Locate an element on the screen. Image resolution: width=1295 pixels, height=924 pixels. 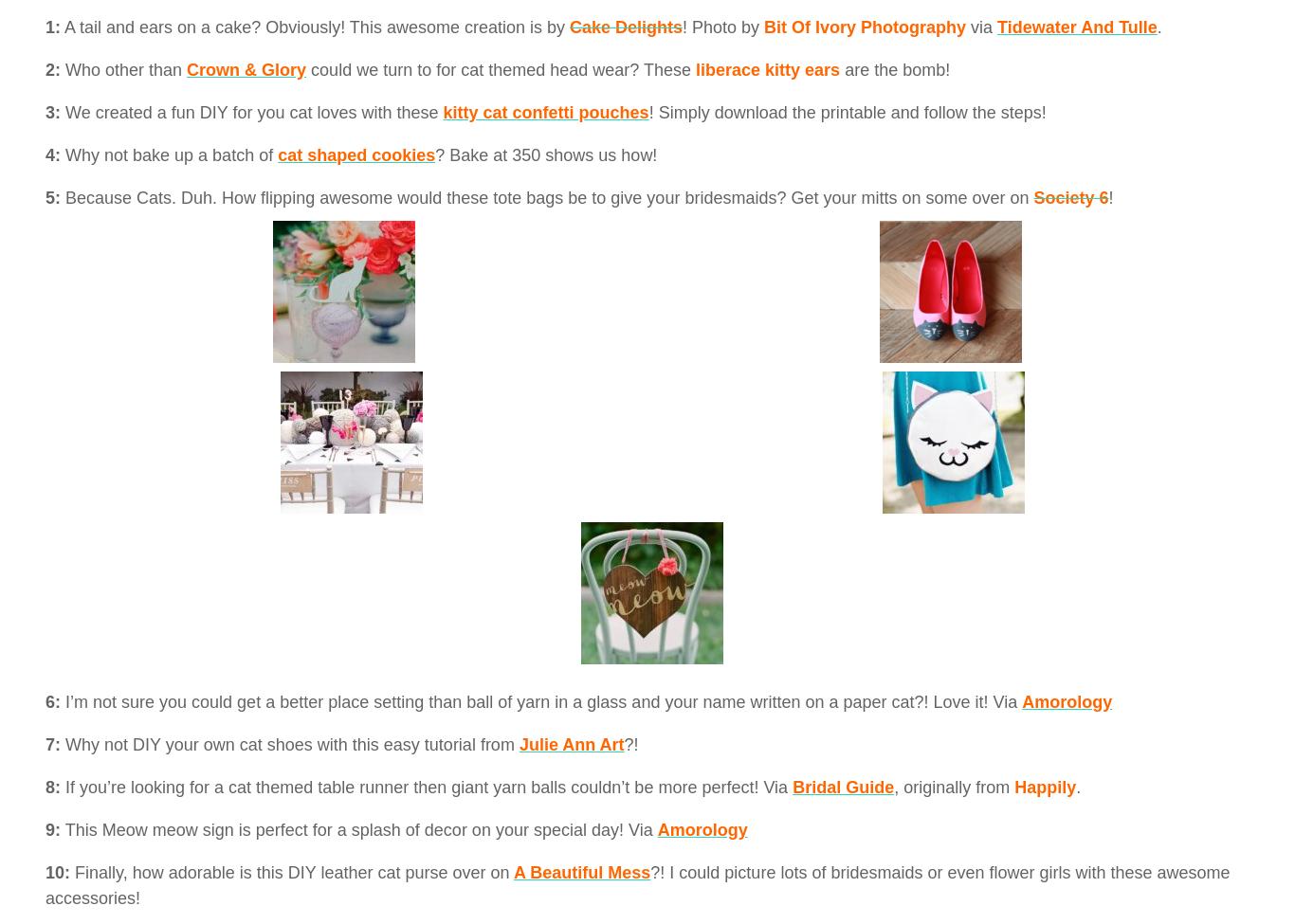
'8:' is located at coordinates (45, 787).